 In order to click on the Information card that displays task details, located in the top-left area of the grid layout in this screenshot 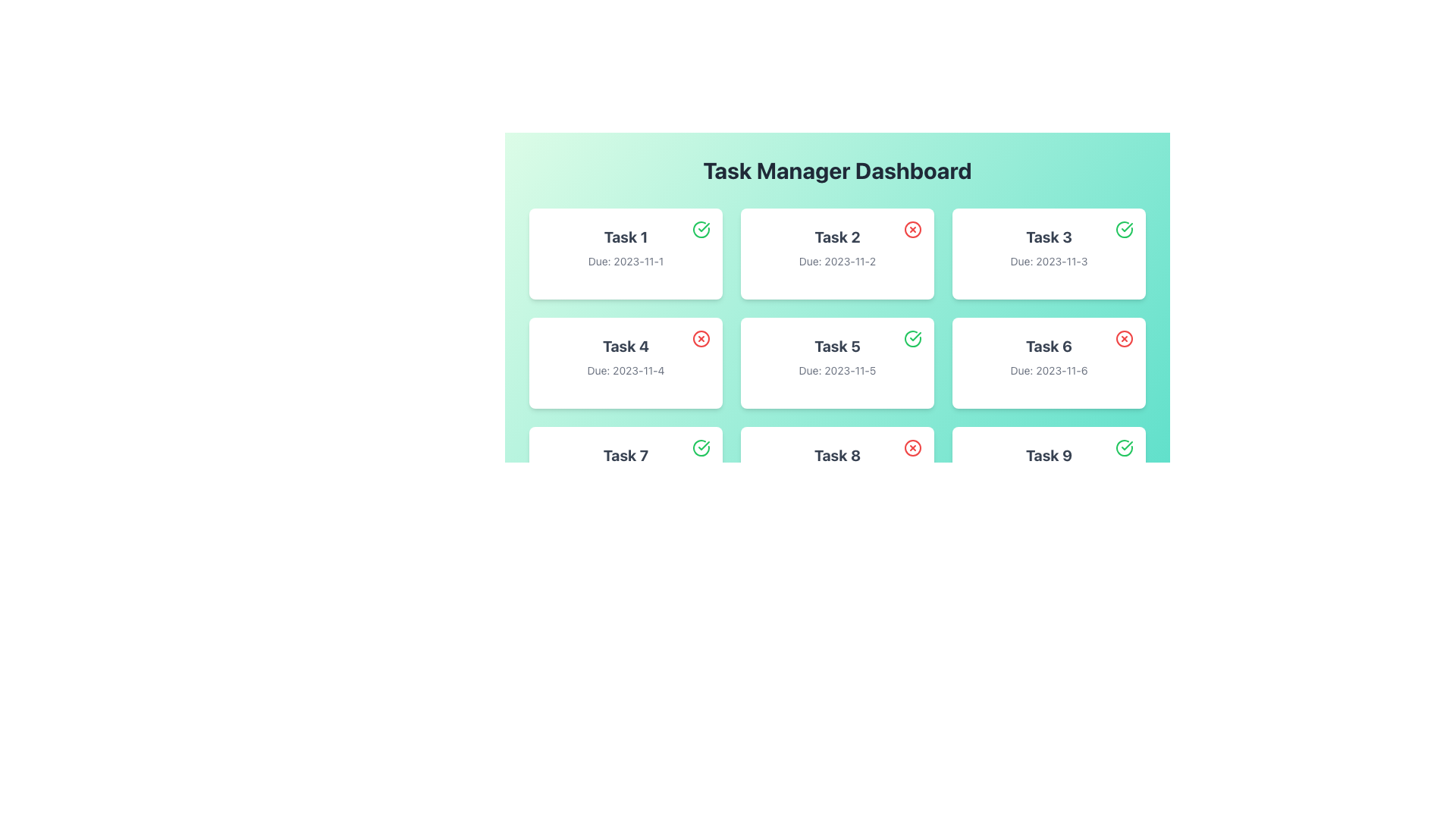, I will do `click(626, 253)`.